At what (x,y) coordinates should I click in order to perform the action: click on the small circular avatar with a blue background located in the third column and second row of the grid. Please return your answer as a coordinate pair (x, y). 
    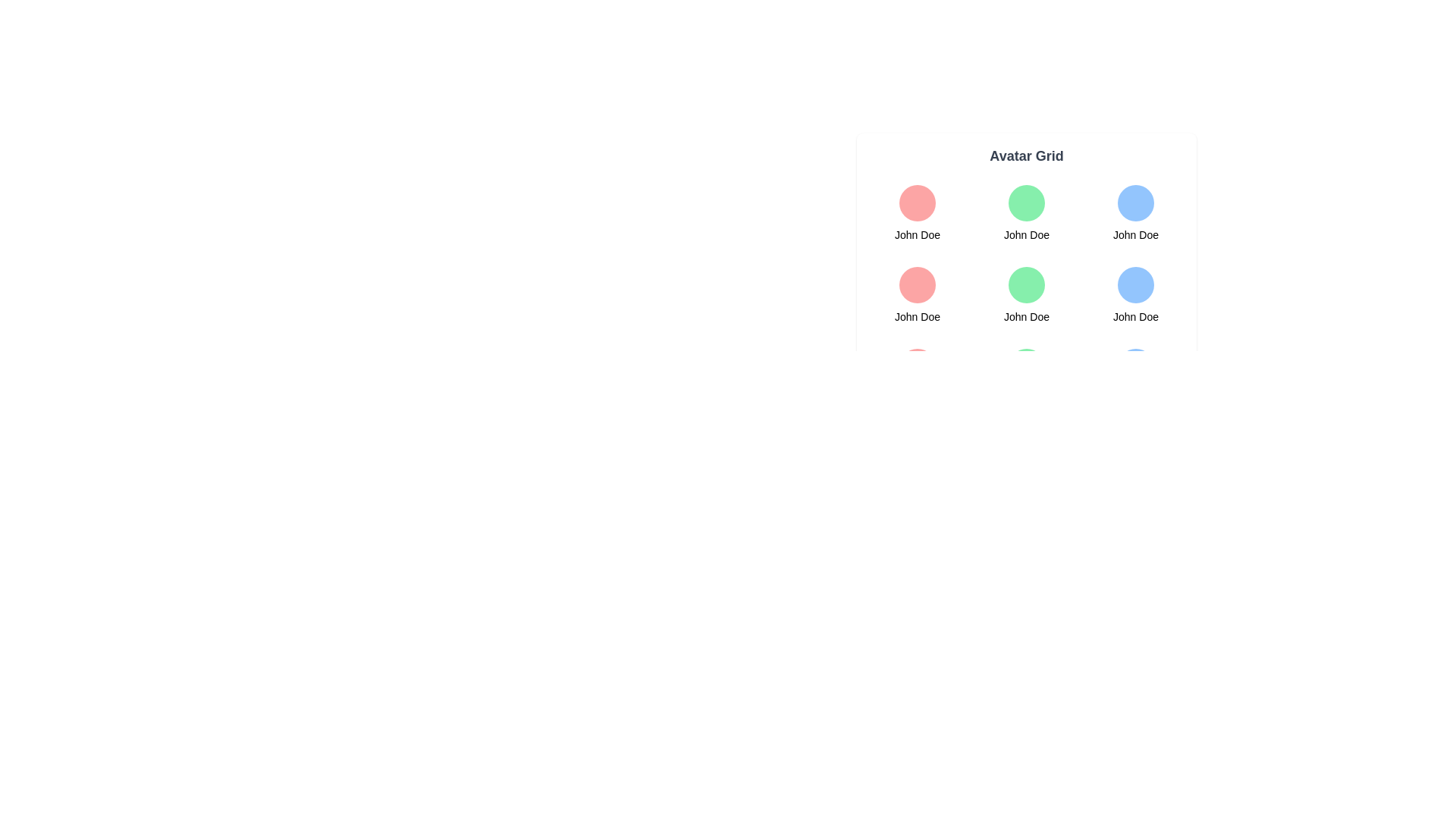
    Looking at the image, I should click on (1135, 284).